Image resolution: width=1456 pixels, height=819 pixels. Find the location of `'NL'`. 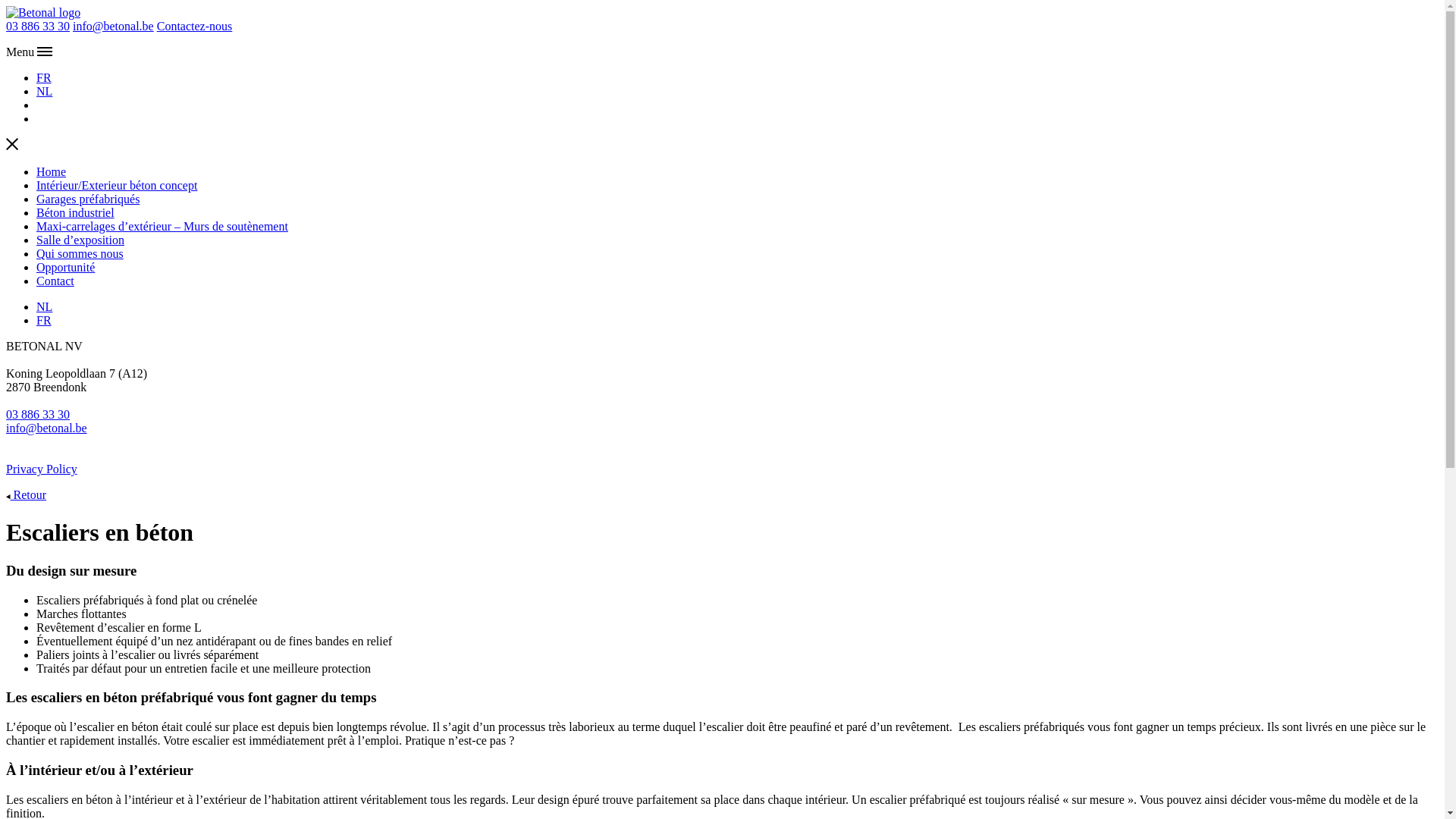

'NL' is located at coordinates (44, 91).